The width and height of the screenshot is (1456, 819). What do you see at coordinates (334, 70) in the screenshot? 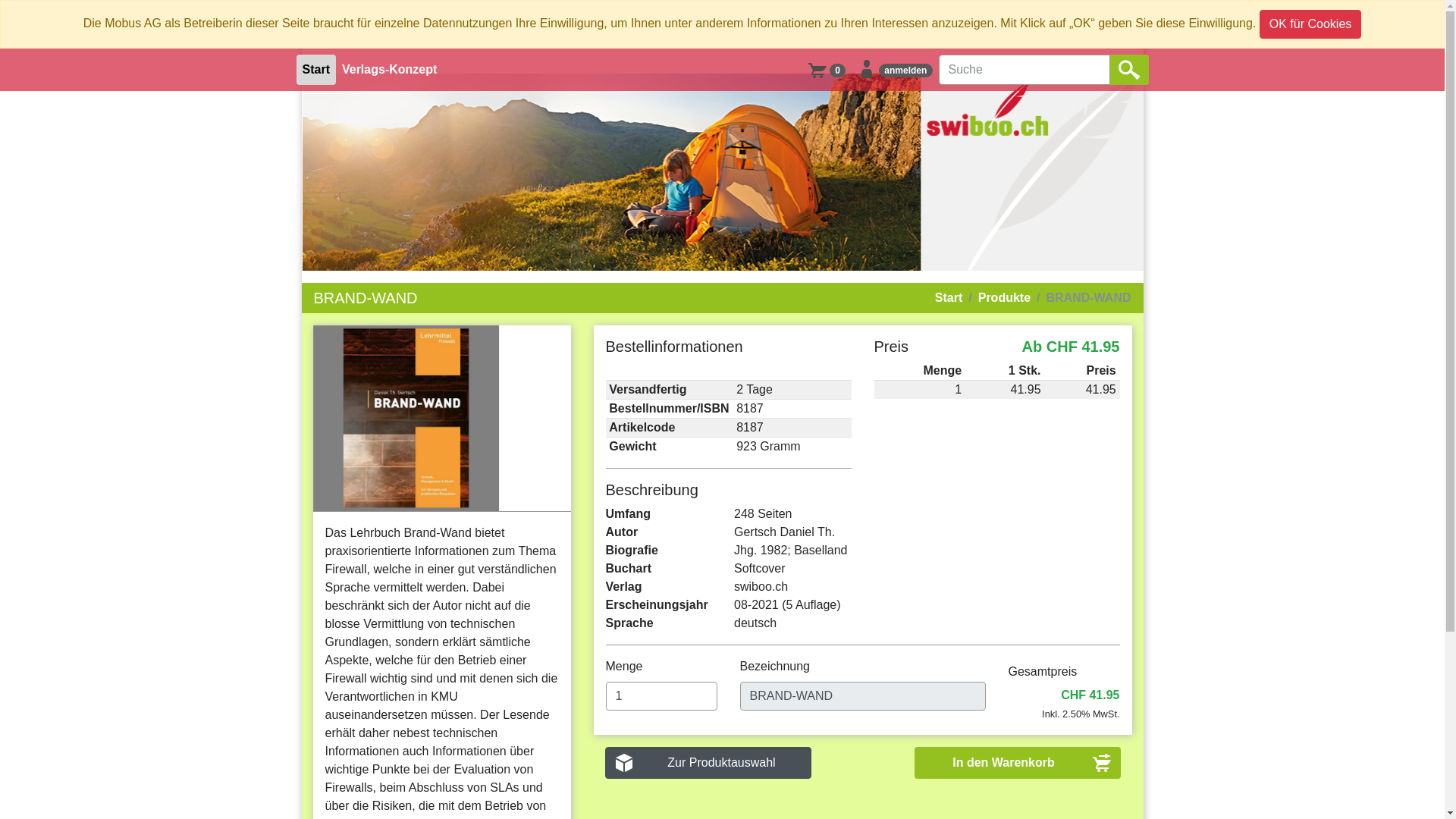
I see `'Verlags-Konzept'` at bounding box center [334, 70].